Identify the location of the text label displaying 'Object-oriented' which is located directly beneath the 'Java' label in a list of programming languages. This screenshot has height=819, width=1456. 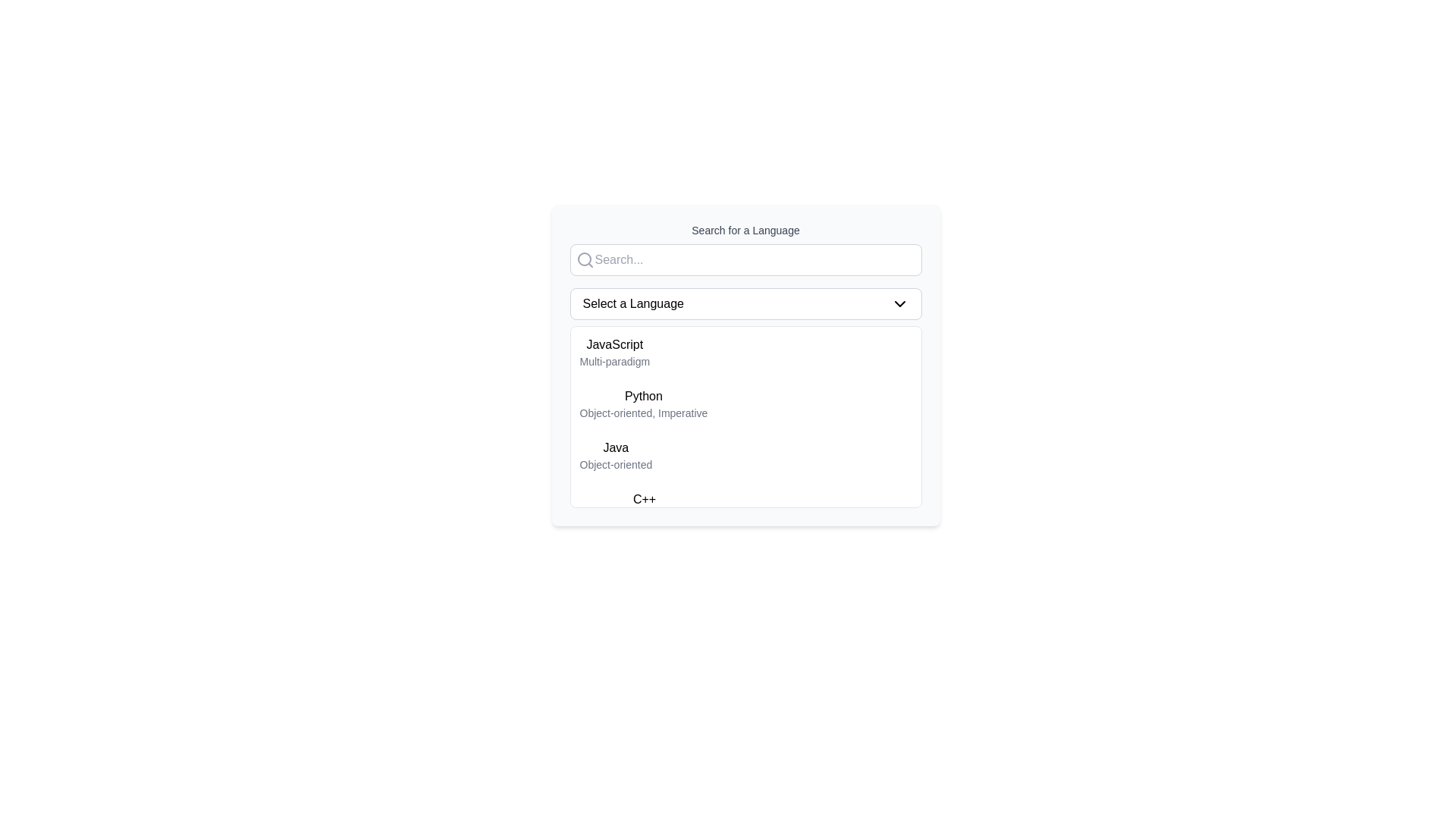
(616, 464).